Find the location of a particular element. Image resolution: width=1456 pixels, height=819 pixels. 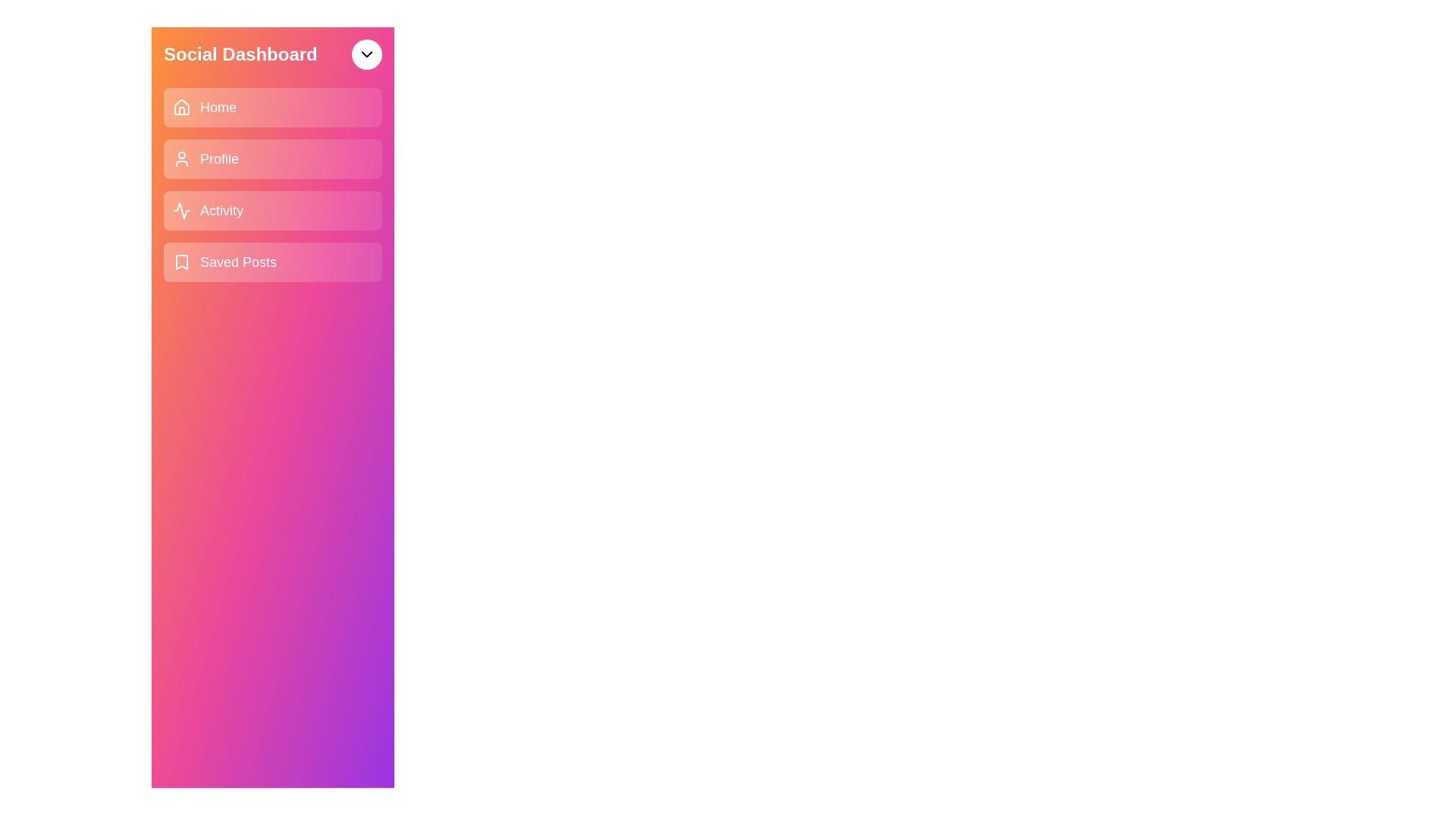

the menu item Saved Posts from the list is located at coordinates (273, 262).